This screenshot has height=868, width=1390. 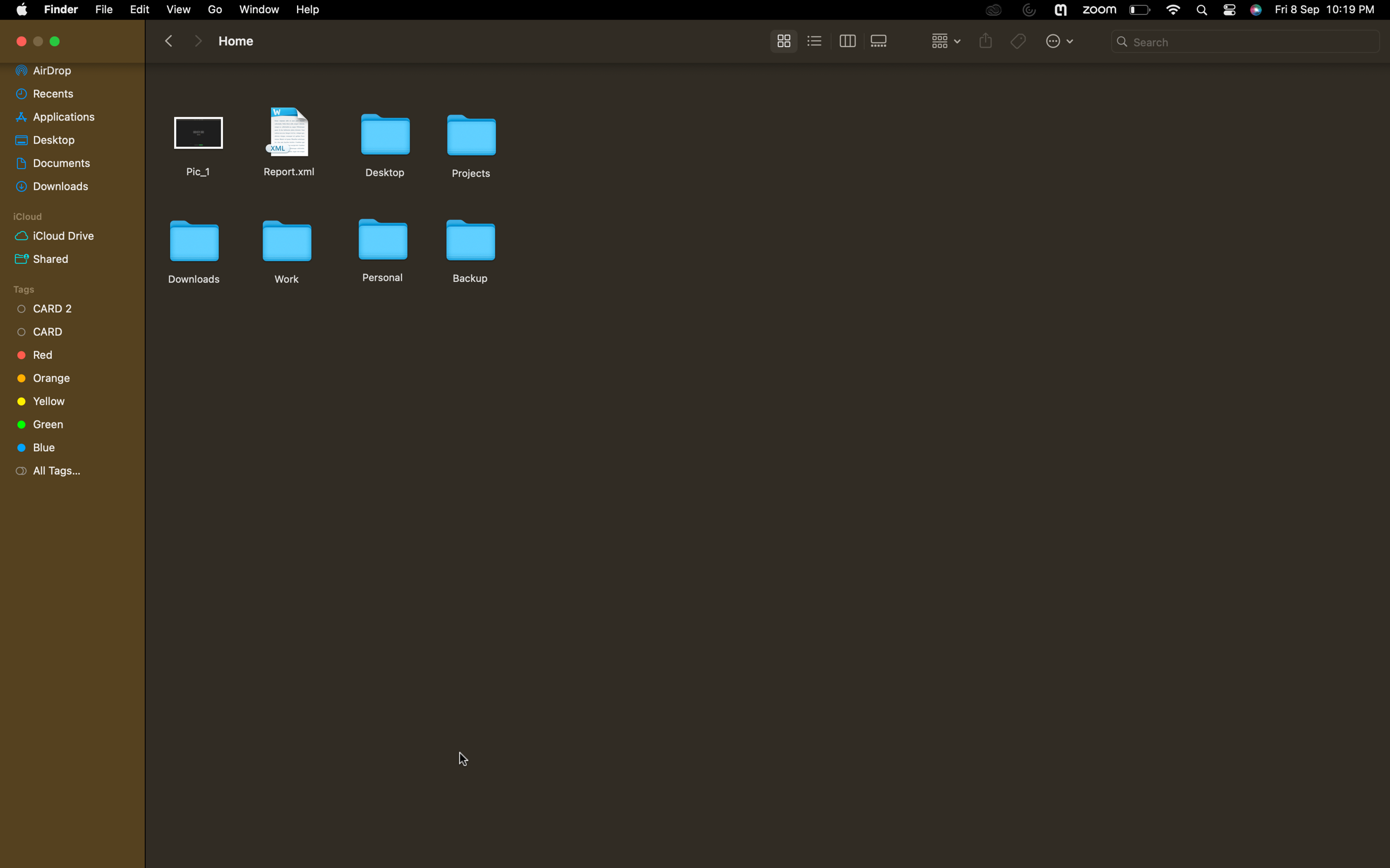 What do you see at coordinates (470, 249) in the screenshot?
I see `Make a duplicate of the folder named "backup"` at bounding box center [470, 249].